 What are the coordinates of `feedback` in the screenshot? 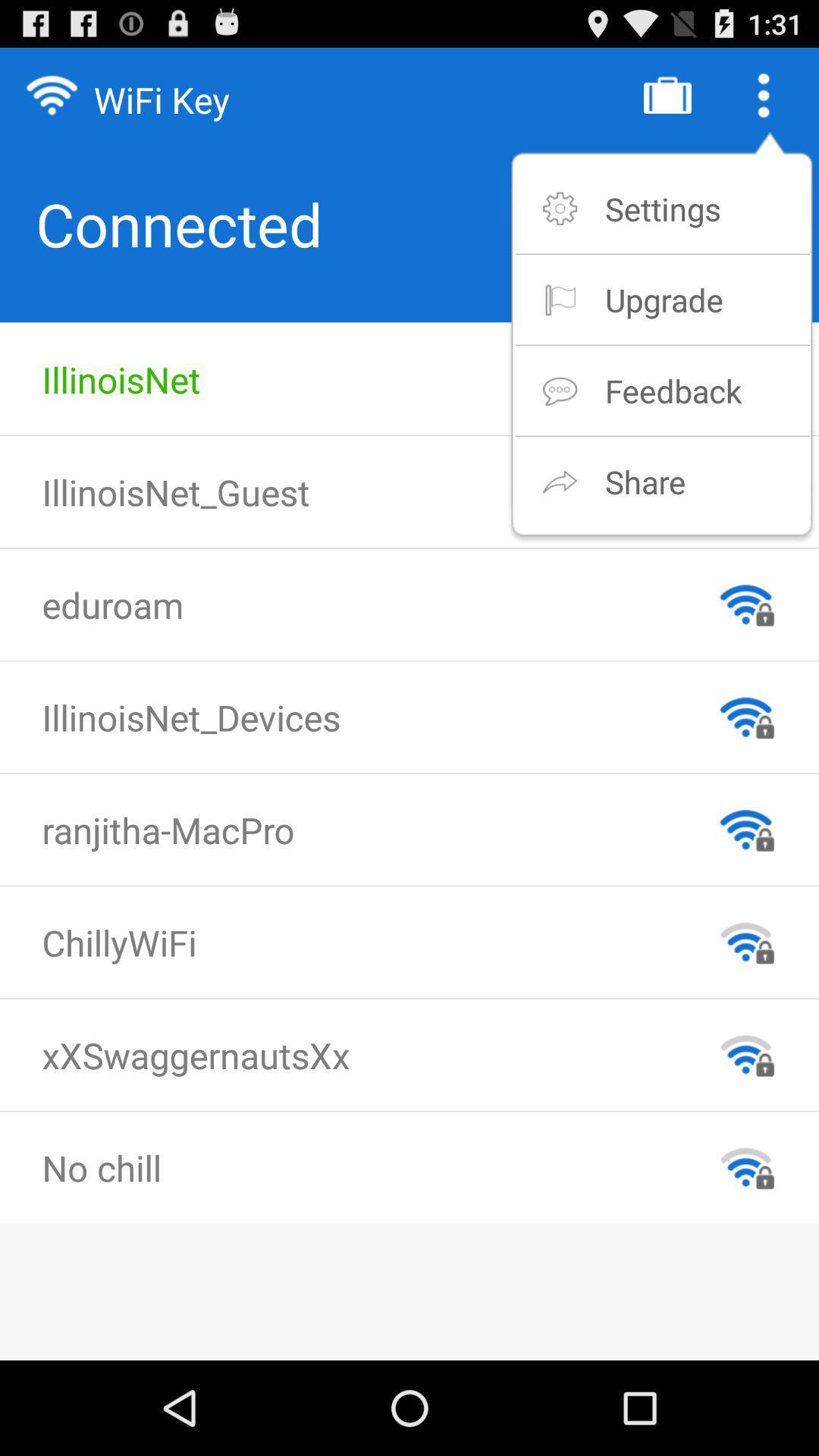 It's located at (672, 391).